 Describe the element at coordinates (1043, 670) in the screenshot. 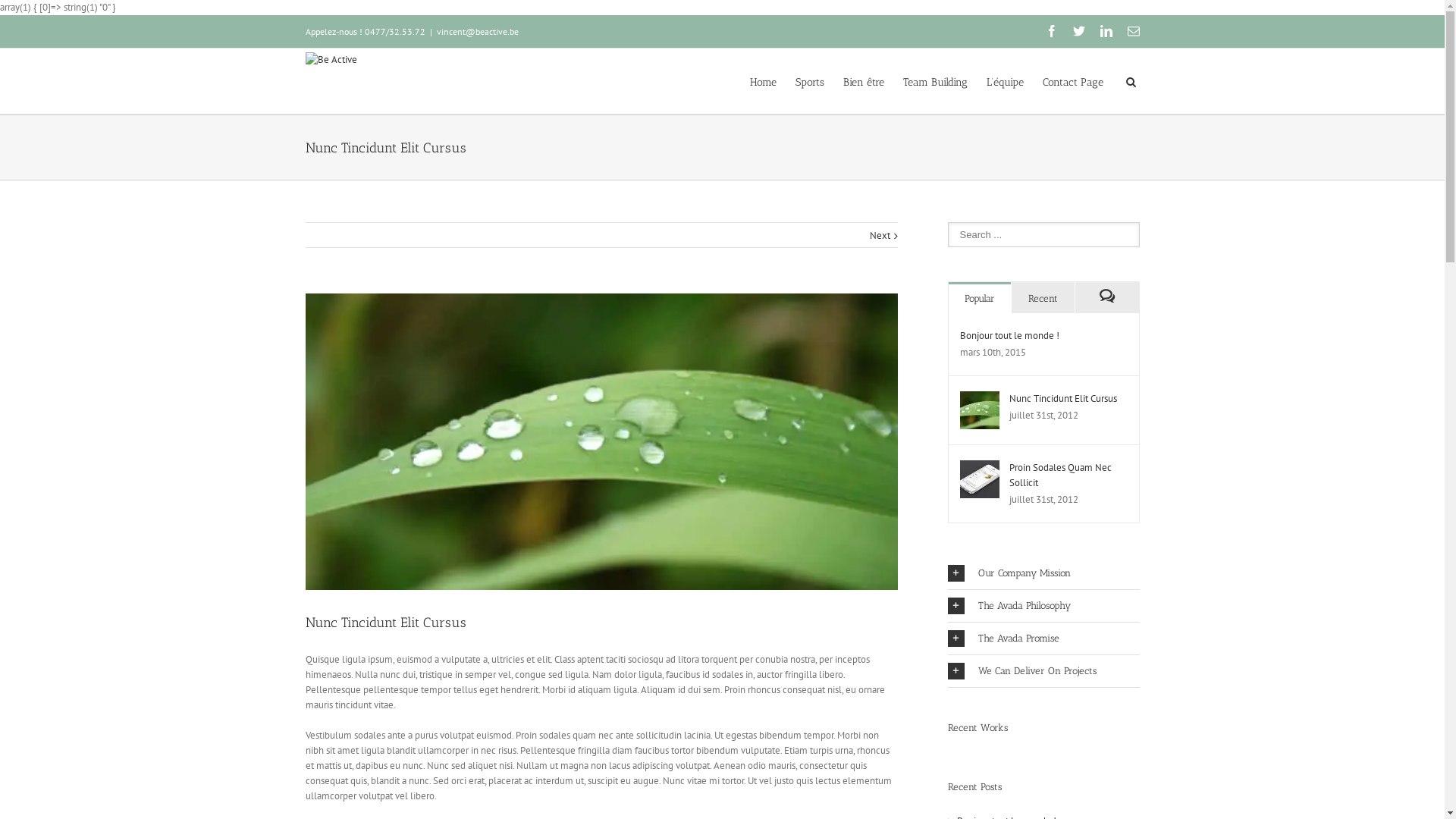

I see `'We Can Deliver On Projects'` at that location.